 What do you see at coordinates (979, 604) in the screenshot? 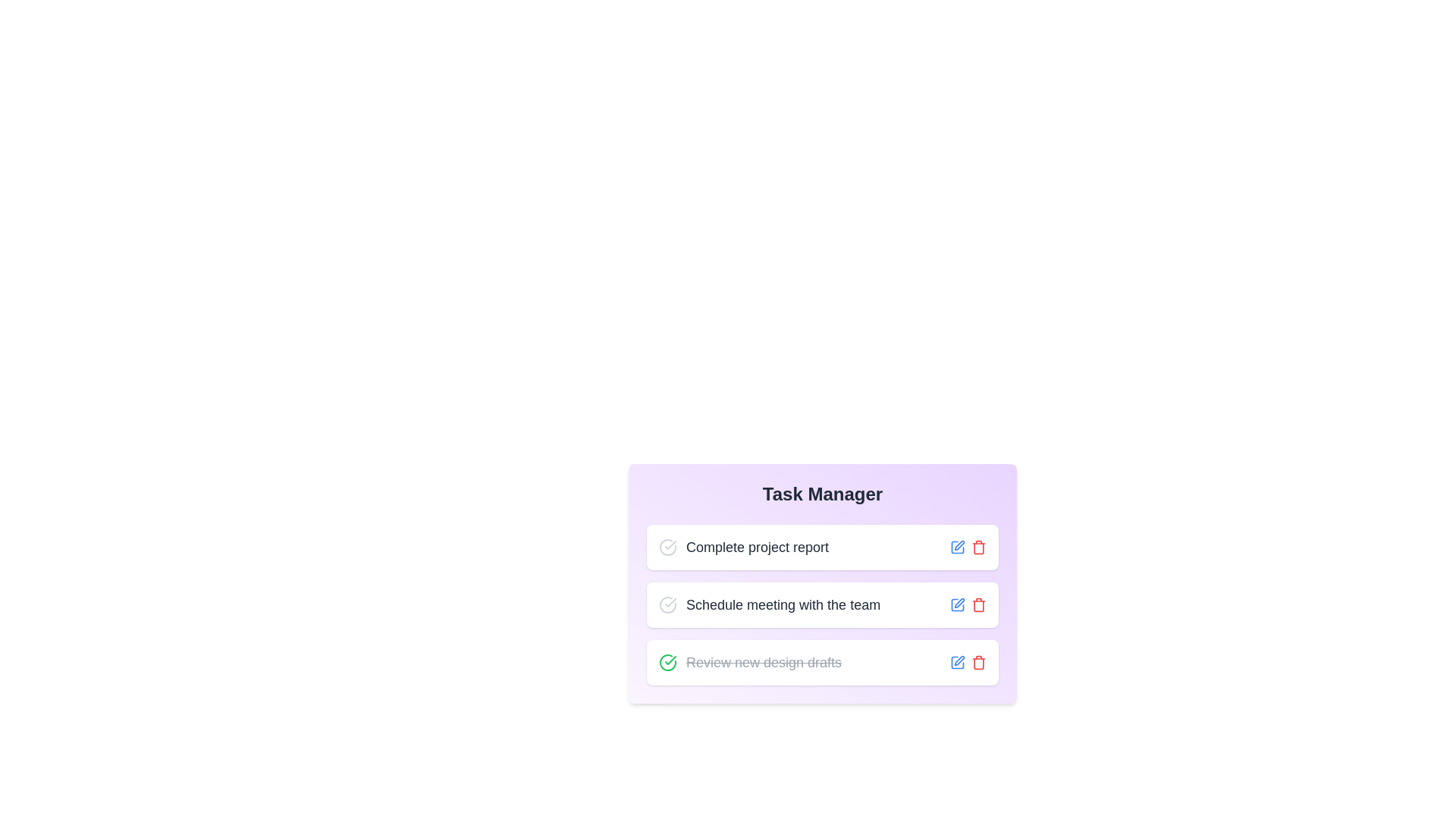
I see `delete button for the task 'Schedule meeting with the team'` at bounding box center [979, 604].